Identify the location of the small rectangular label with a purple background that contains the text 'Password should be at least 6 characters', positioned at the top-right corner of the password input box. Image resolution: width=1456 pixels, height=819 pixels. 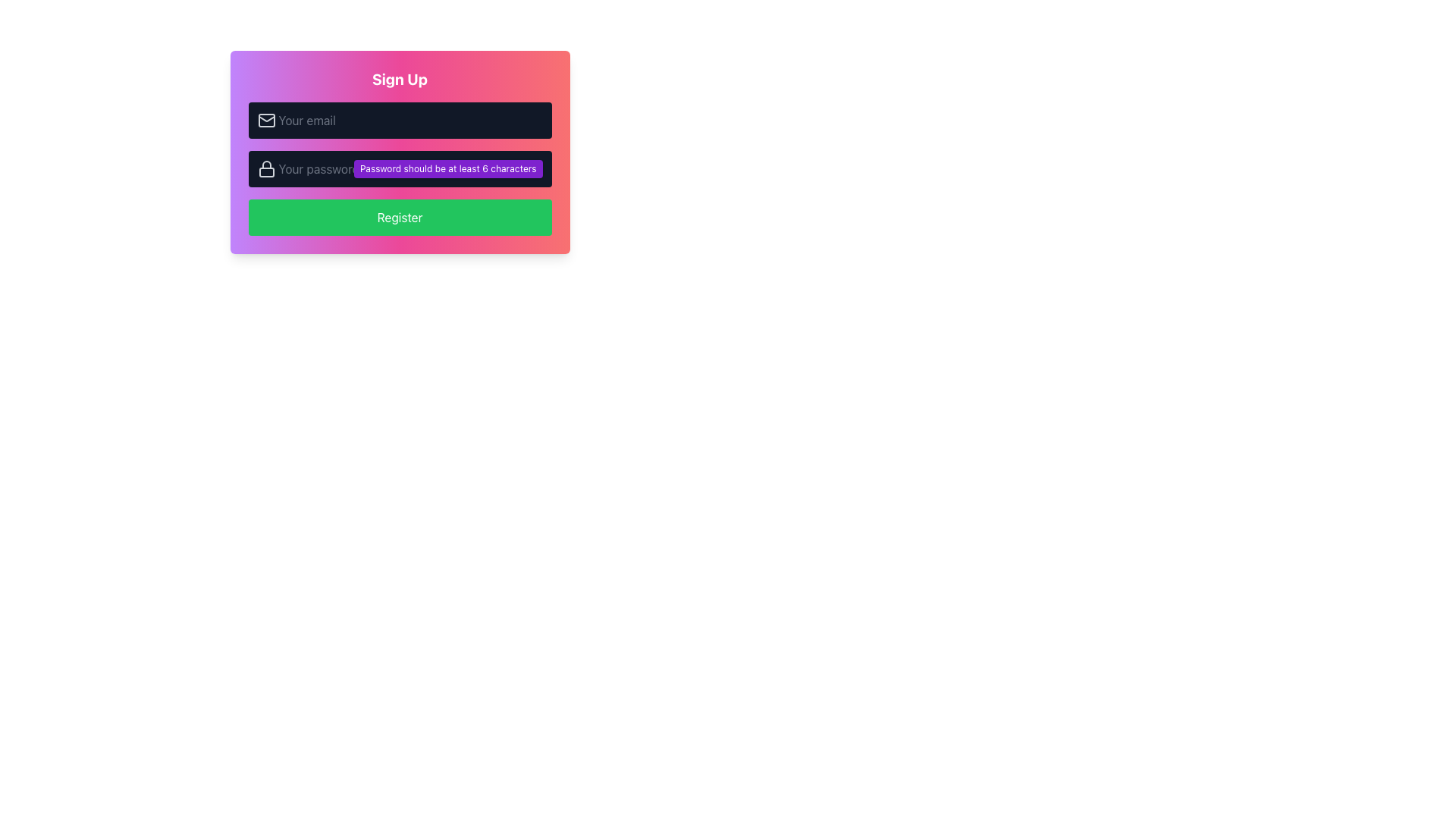
(447, 169).